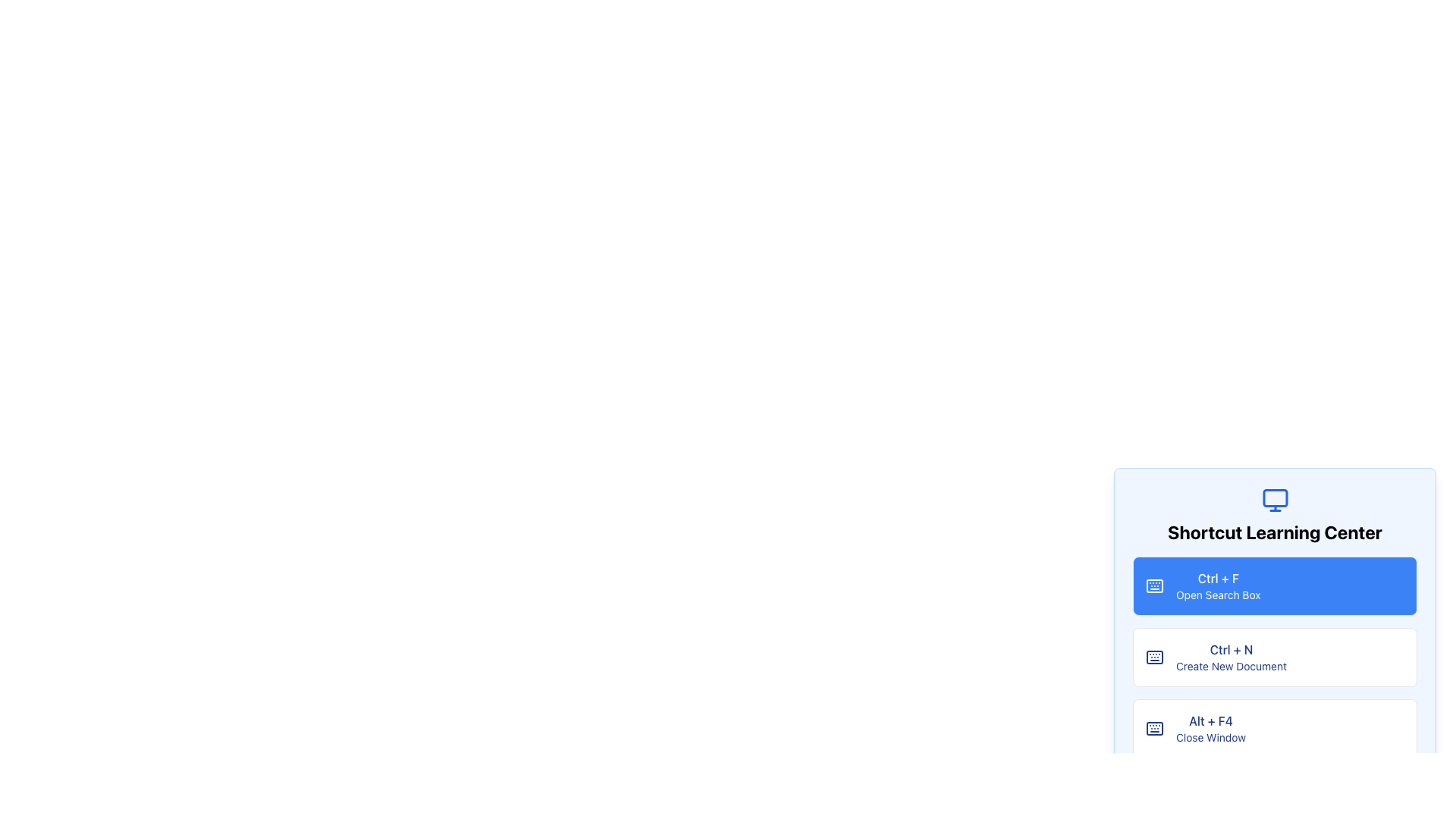  Describe the element at coordinates (1274, 657) in the screenshot. I see `the second Informational Card in the Shortcut Learning Center for keyboard navigation` at that location.